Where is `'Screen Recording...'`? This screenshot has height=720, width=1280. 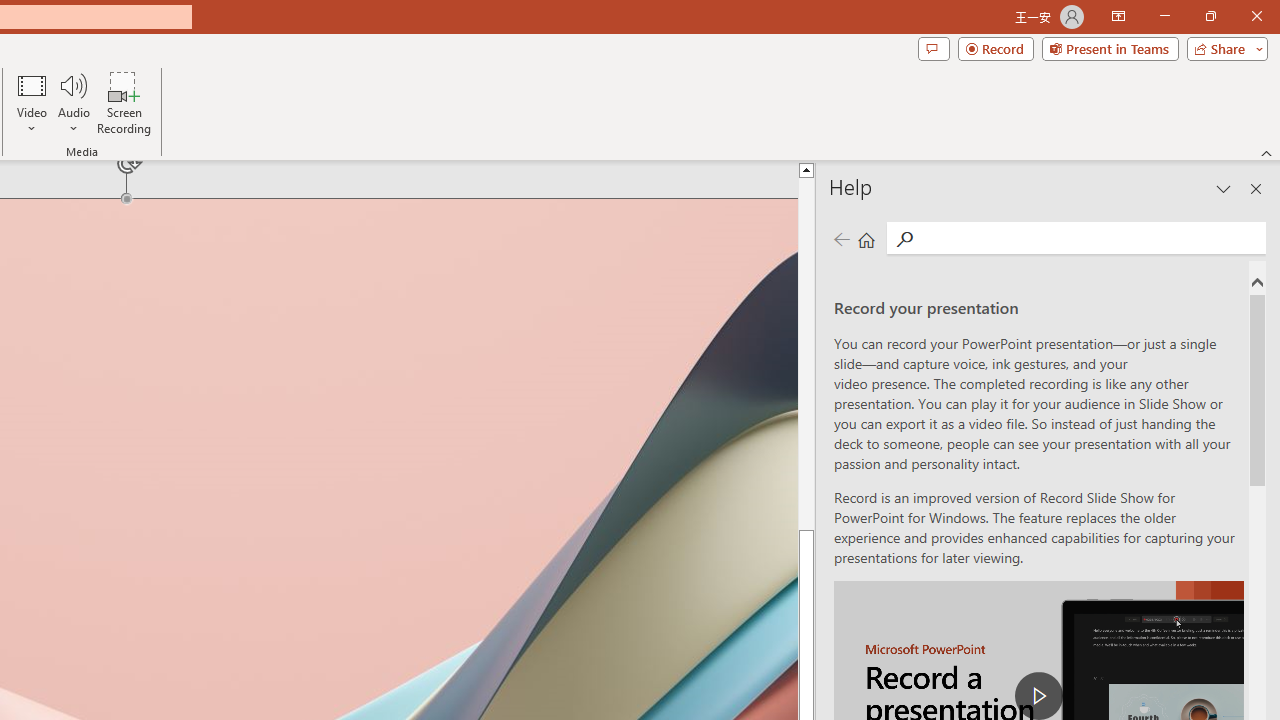 'Screen Recording...' is located at coordinates (123, 103).